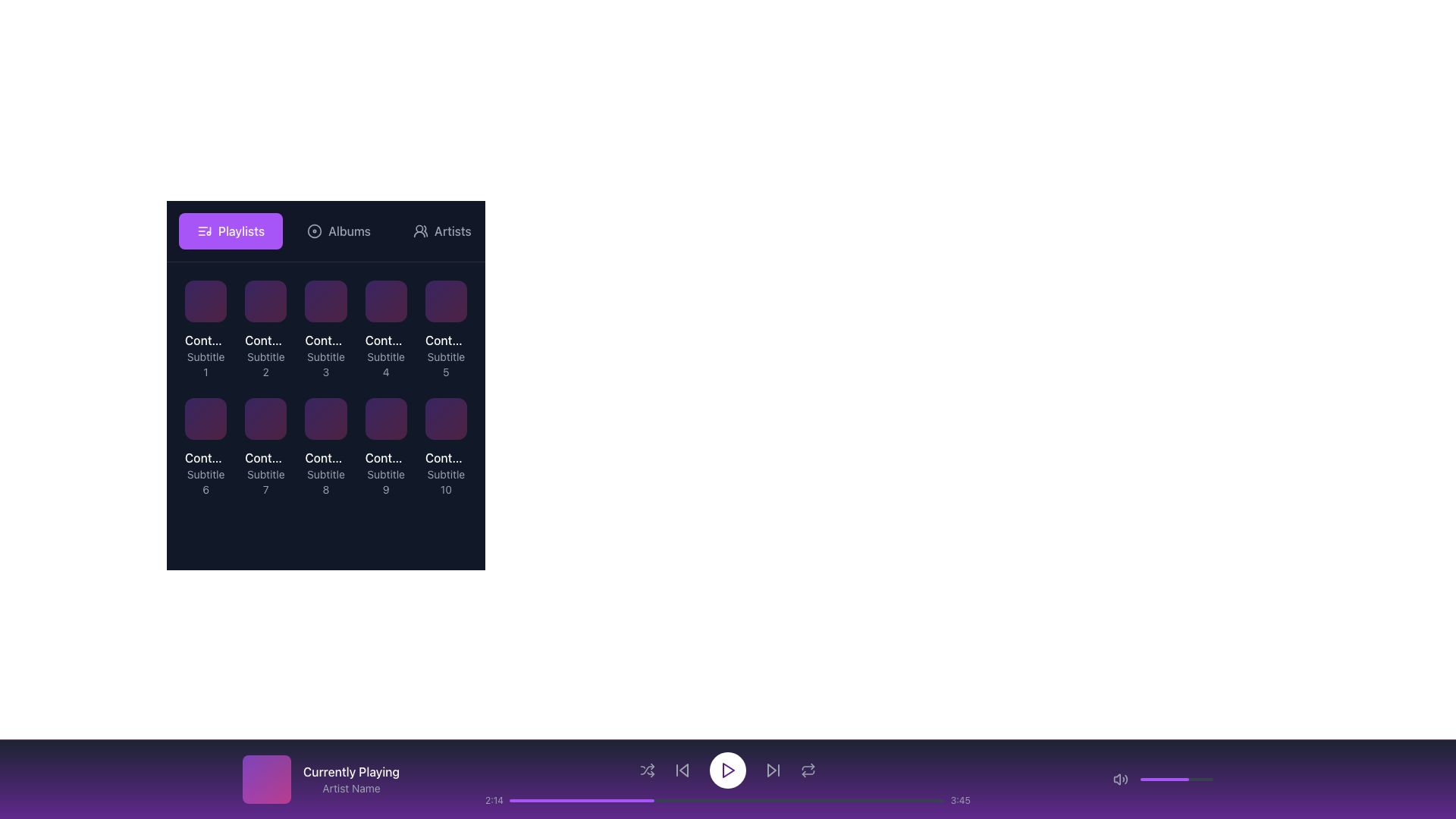 This screenshot has height=819, width=1456. I want to click on the text label that reads 'Subtitle 10', which is positioned below the title 'Content Title 10' in the bottom row of the grid to possibly see a tooltip or emphasis effect, so click(445, 482).